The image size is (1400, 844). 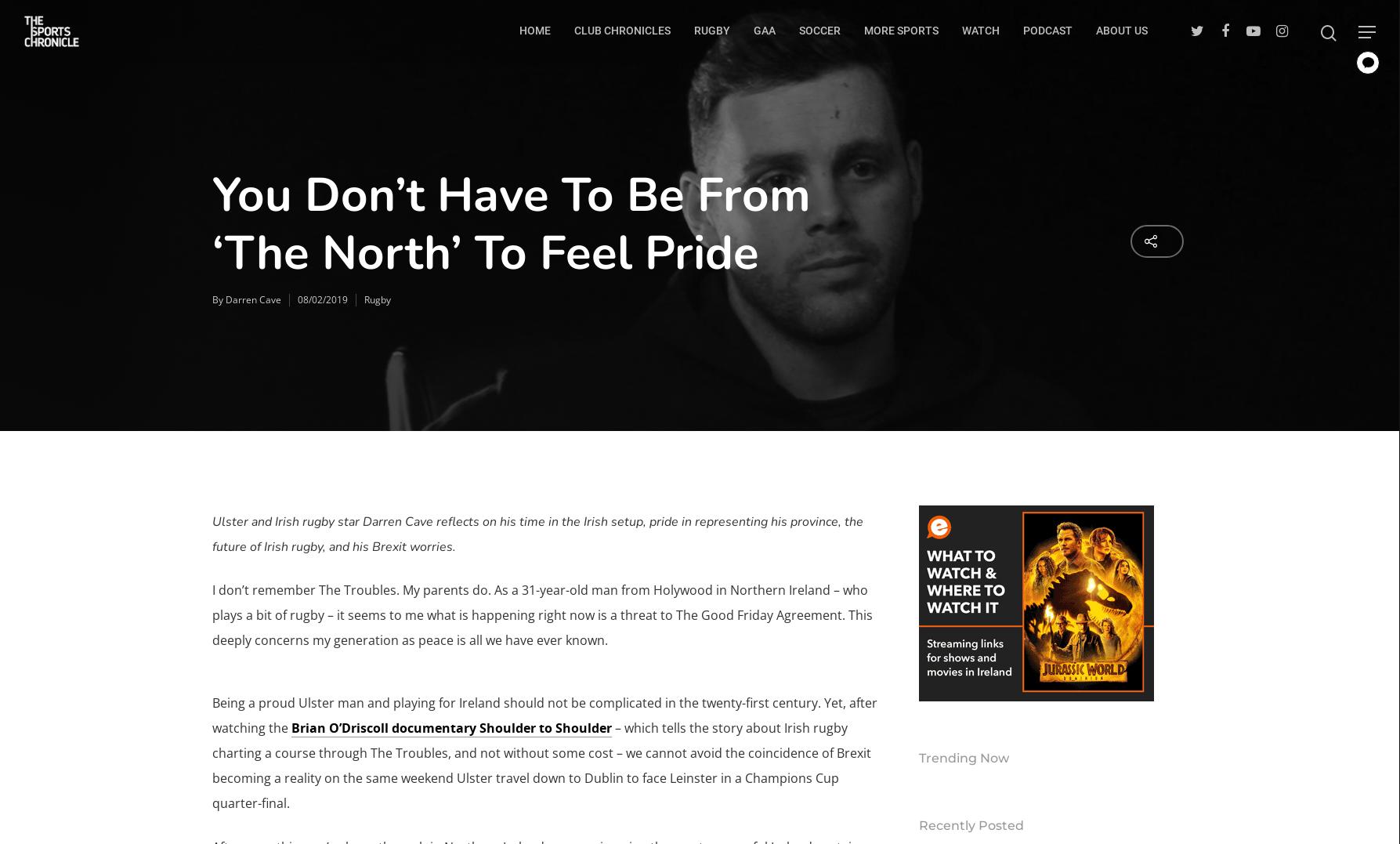 I want to click on '– which tells the story about Irish rugby charting a course through The Troubles, and not without some cost – we cannot avoid the coincidence of Brexit becoming a reality on the same weekend Ulster travel down to Dublin to face Leinster in a Champions Cup quarter-final.', so click(x=540, y=765).